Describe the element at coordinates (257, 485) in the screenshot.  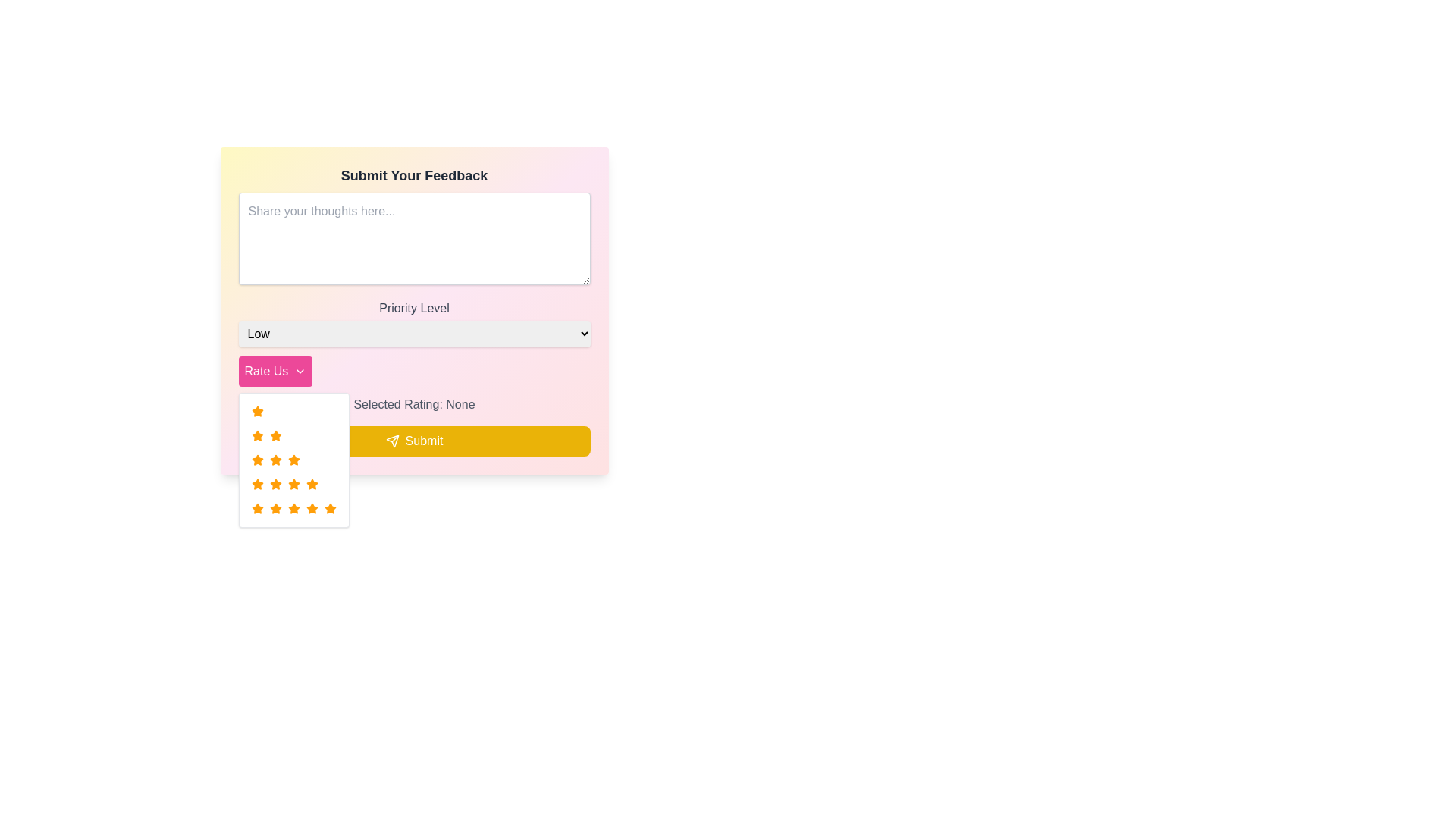
I see `the distinct bright orange star-shaped icon located` at that location.